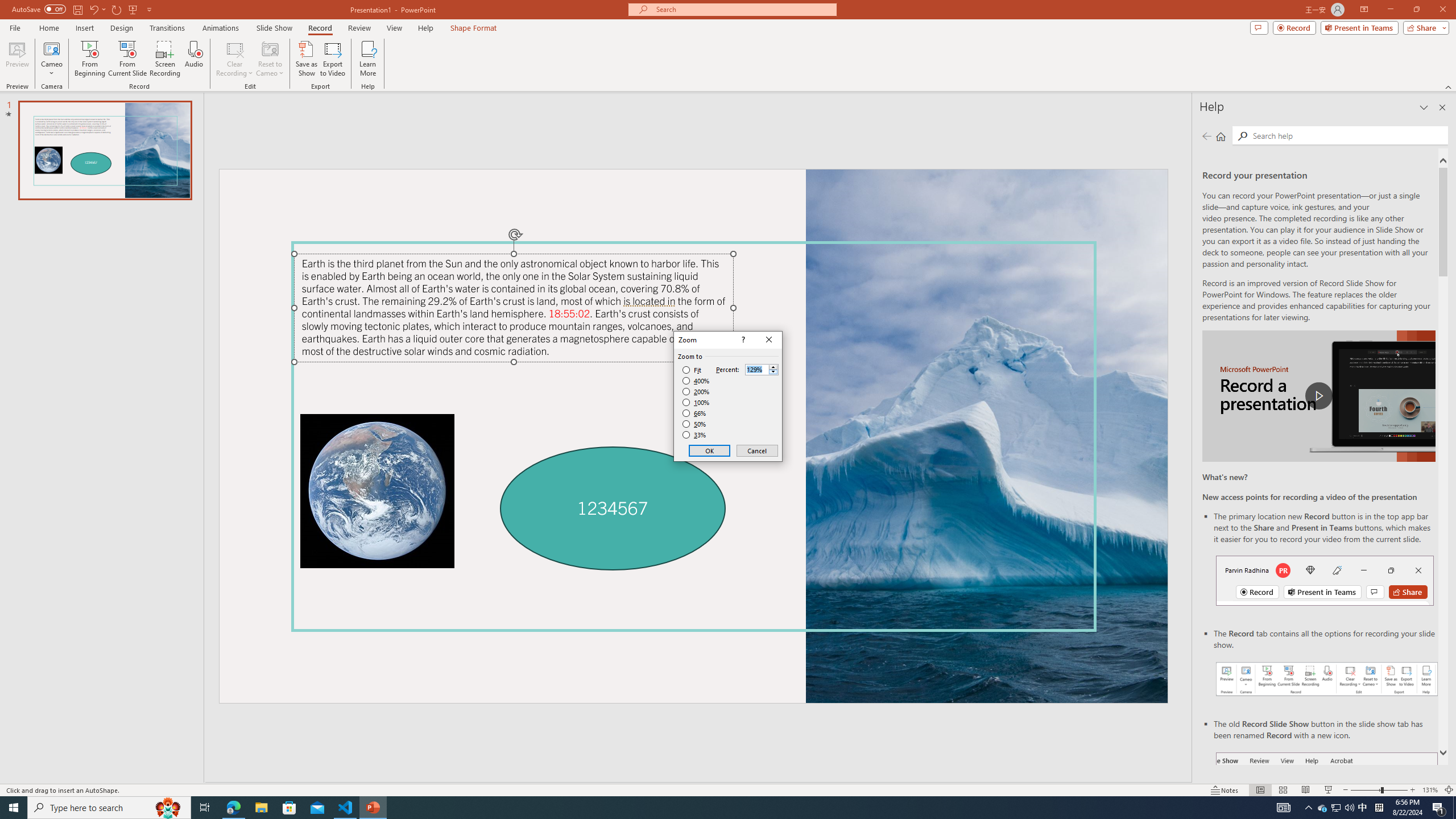  What do you see at coordinates (742, 340) in the screenshot?
I see `'Context help'` at bounding box center [742, 340].